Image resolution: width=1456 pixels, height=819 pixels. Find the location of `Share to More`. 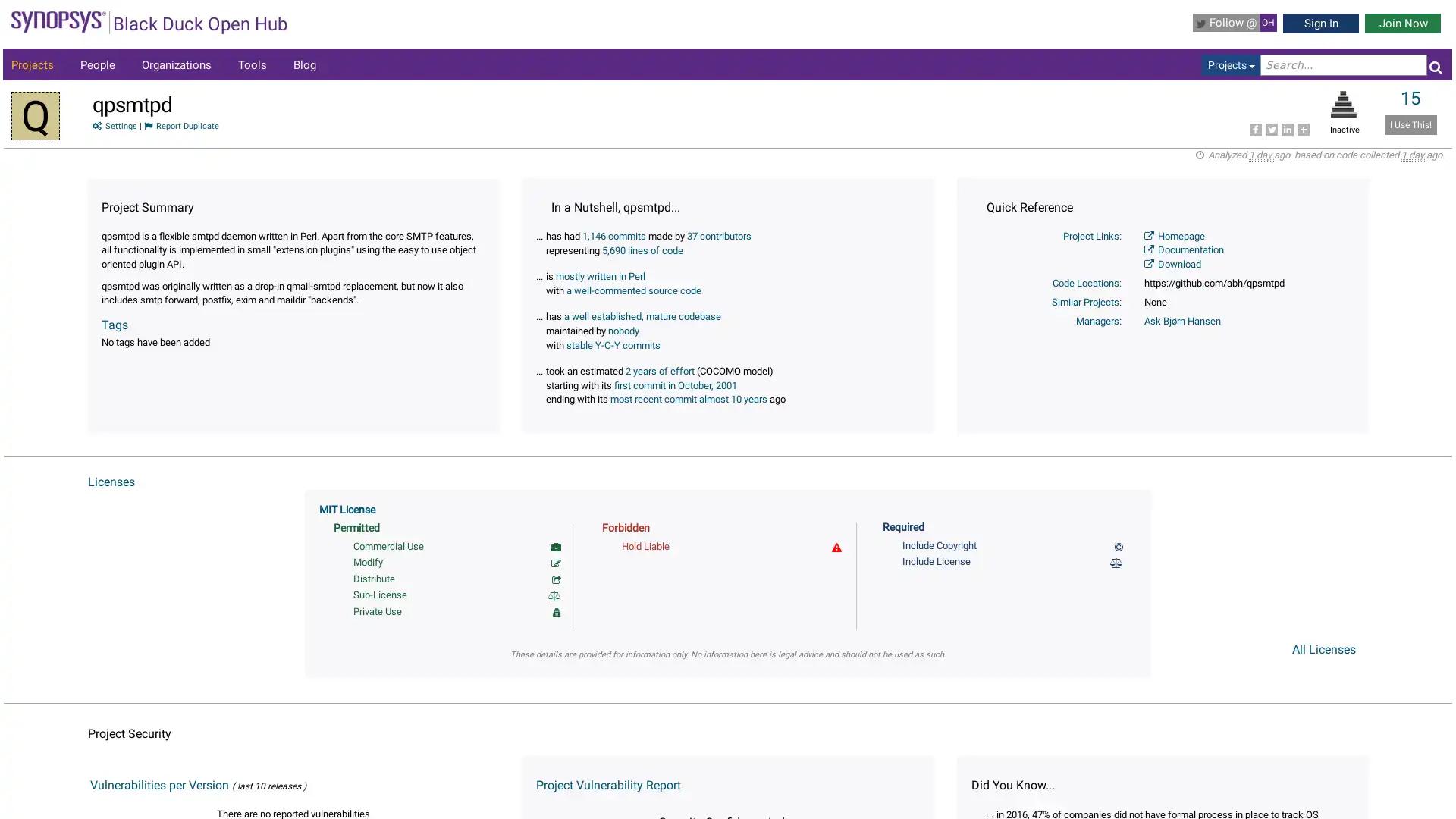

Share to More is located at coordinates (1302, 128).